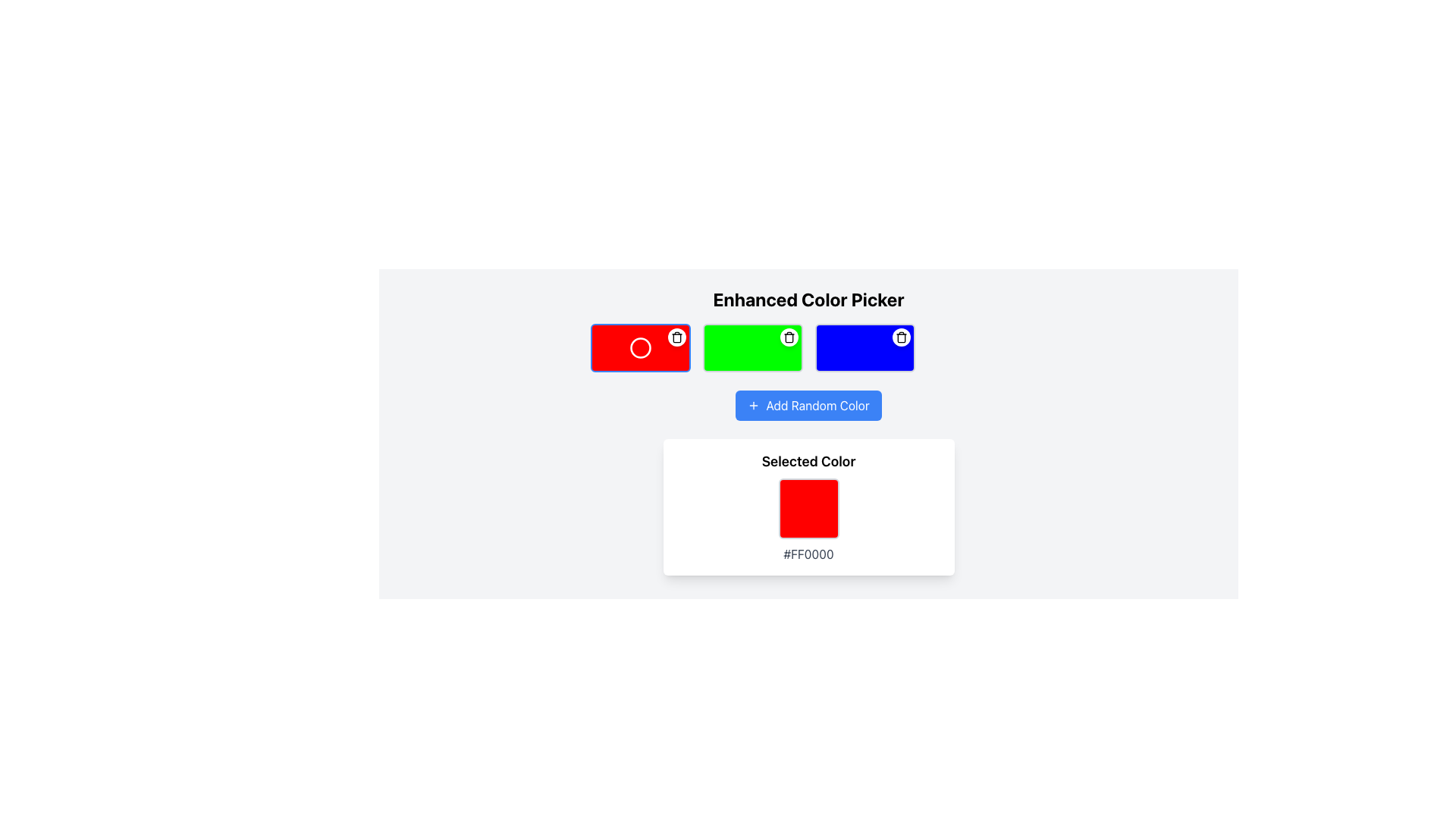 Image resolution: width=1456 pixels, height=819 pixels. I want to click on the main body of the selectable color box, which is the second box in a horizontal row of three boxes, so click(752, 348).